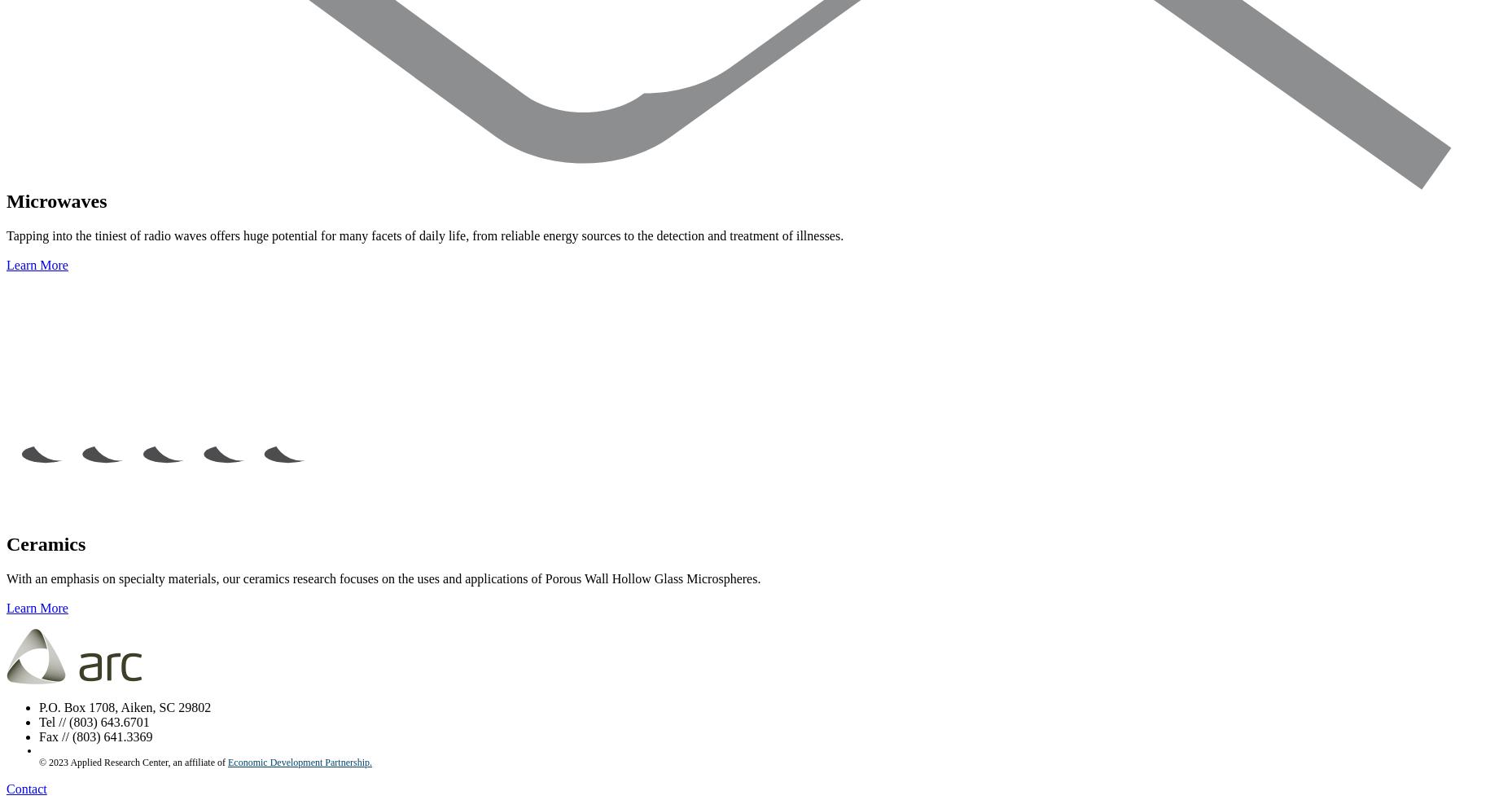 This screenshot has height=800, width=1512. What do you see at coordinates (382, 577) in the screenshot?
I see `'With an emphasis on specialty materials, our ceramics research focuses on the uses and applications of Porous Wall Hollow Glass Microspheres.'` at bounding box center [382, 577].